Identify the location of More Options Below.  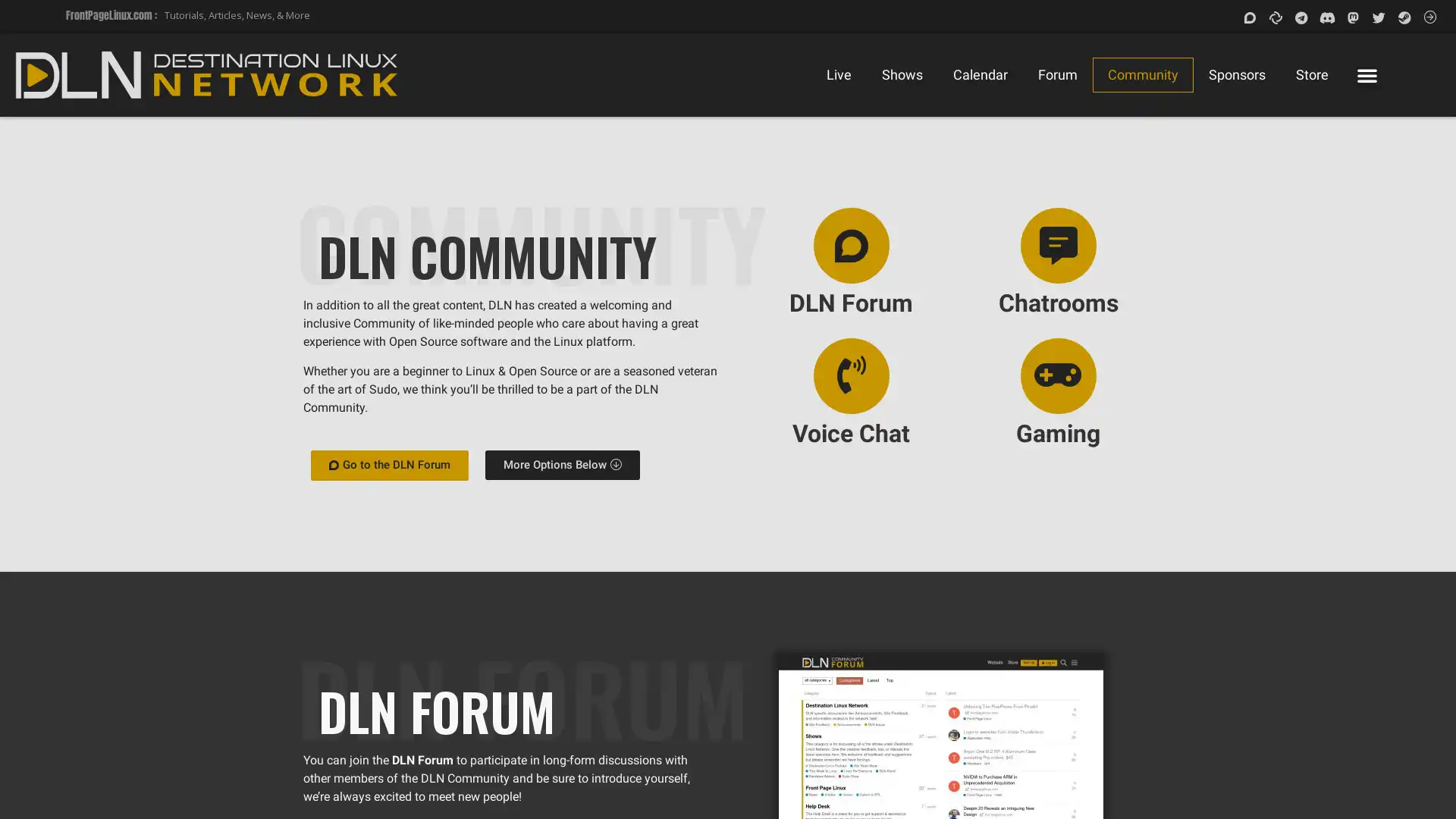
(560, 463).